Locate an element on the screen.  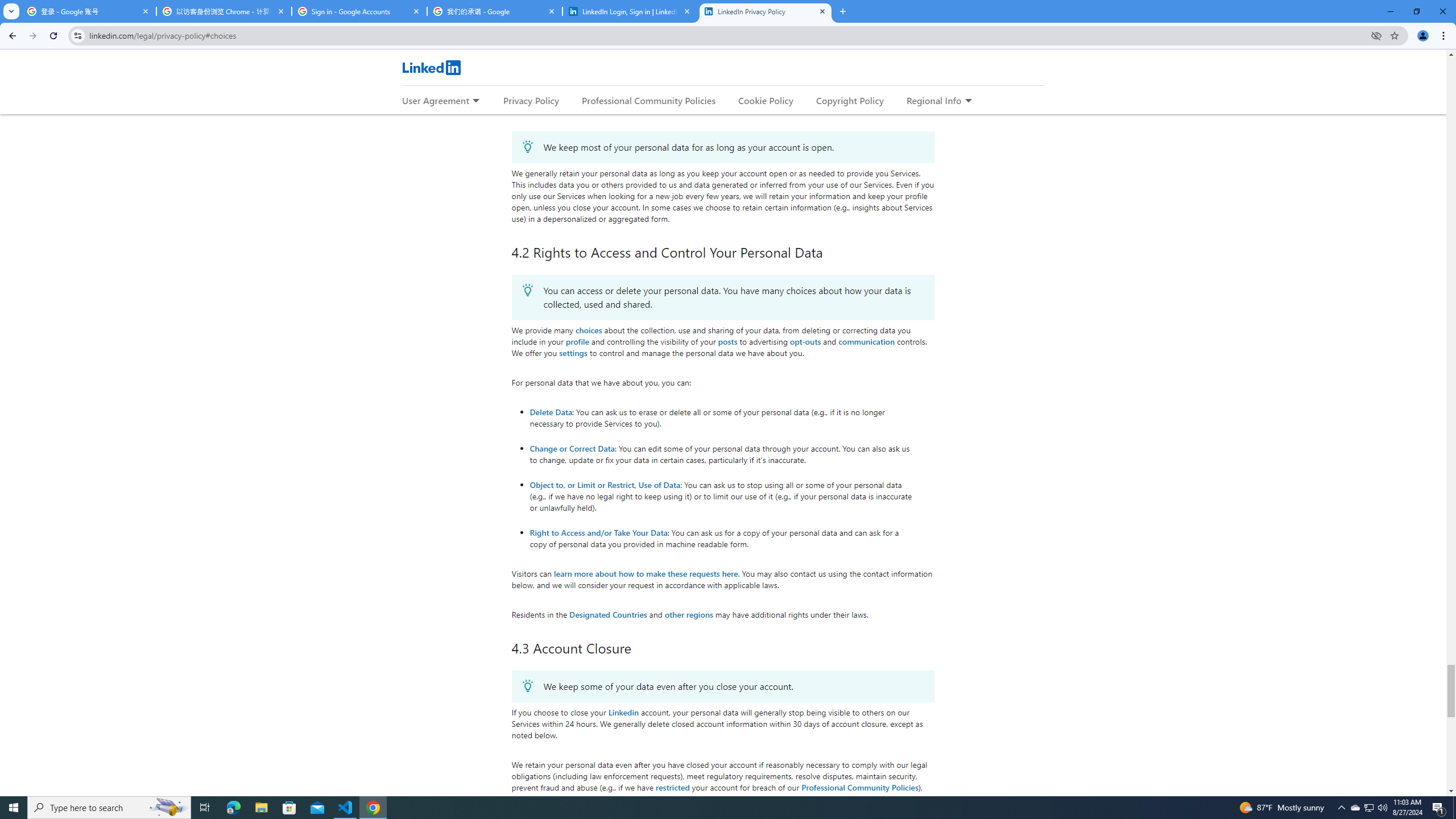
'profile' is located at coordinates (577, 341).